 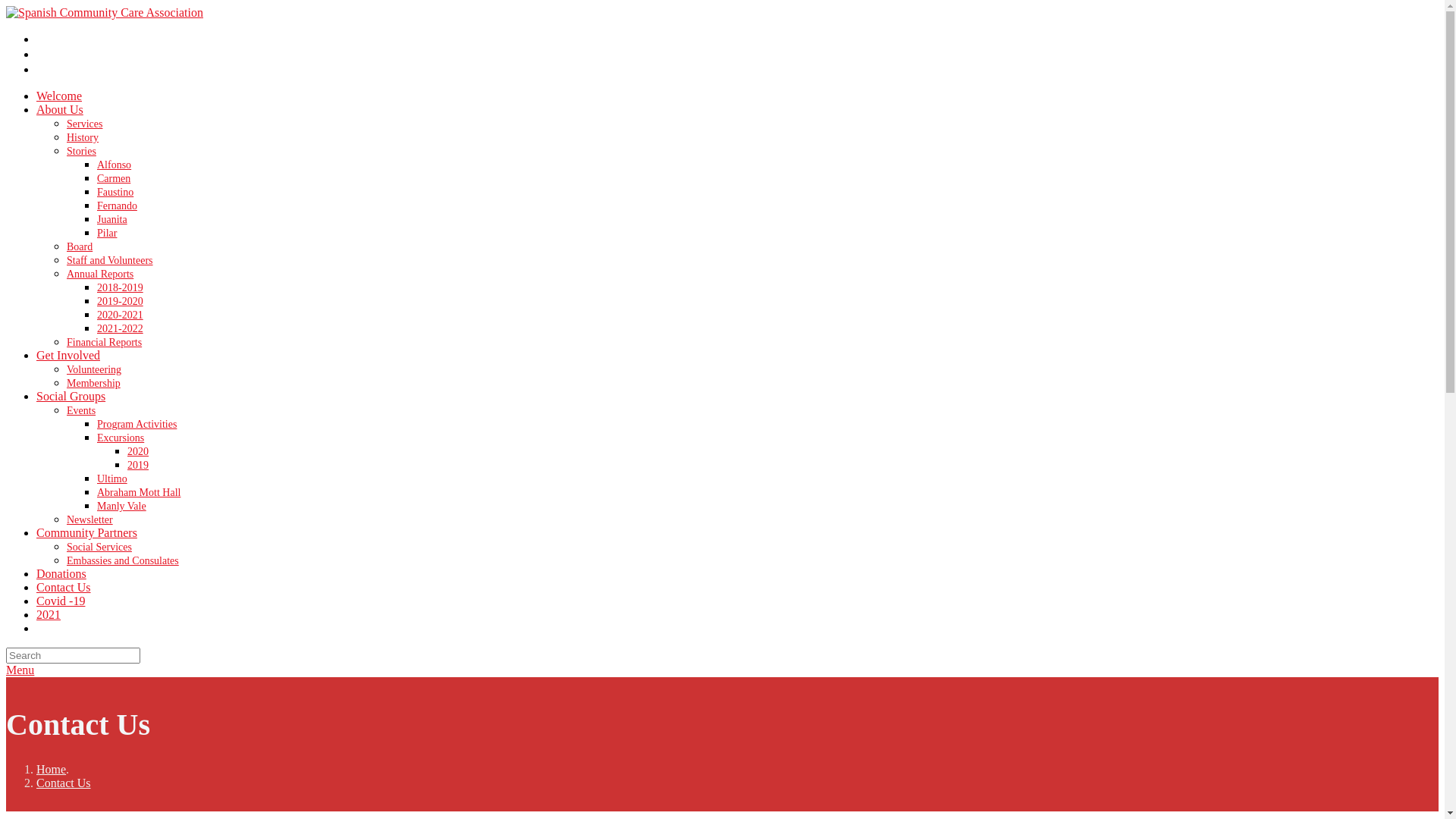 What do you see at coordinates (105, 233) in the screenshot?
I see `'Pilar'` at bounding box center [105, 233].